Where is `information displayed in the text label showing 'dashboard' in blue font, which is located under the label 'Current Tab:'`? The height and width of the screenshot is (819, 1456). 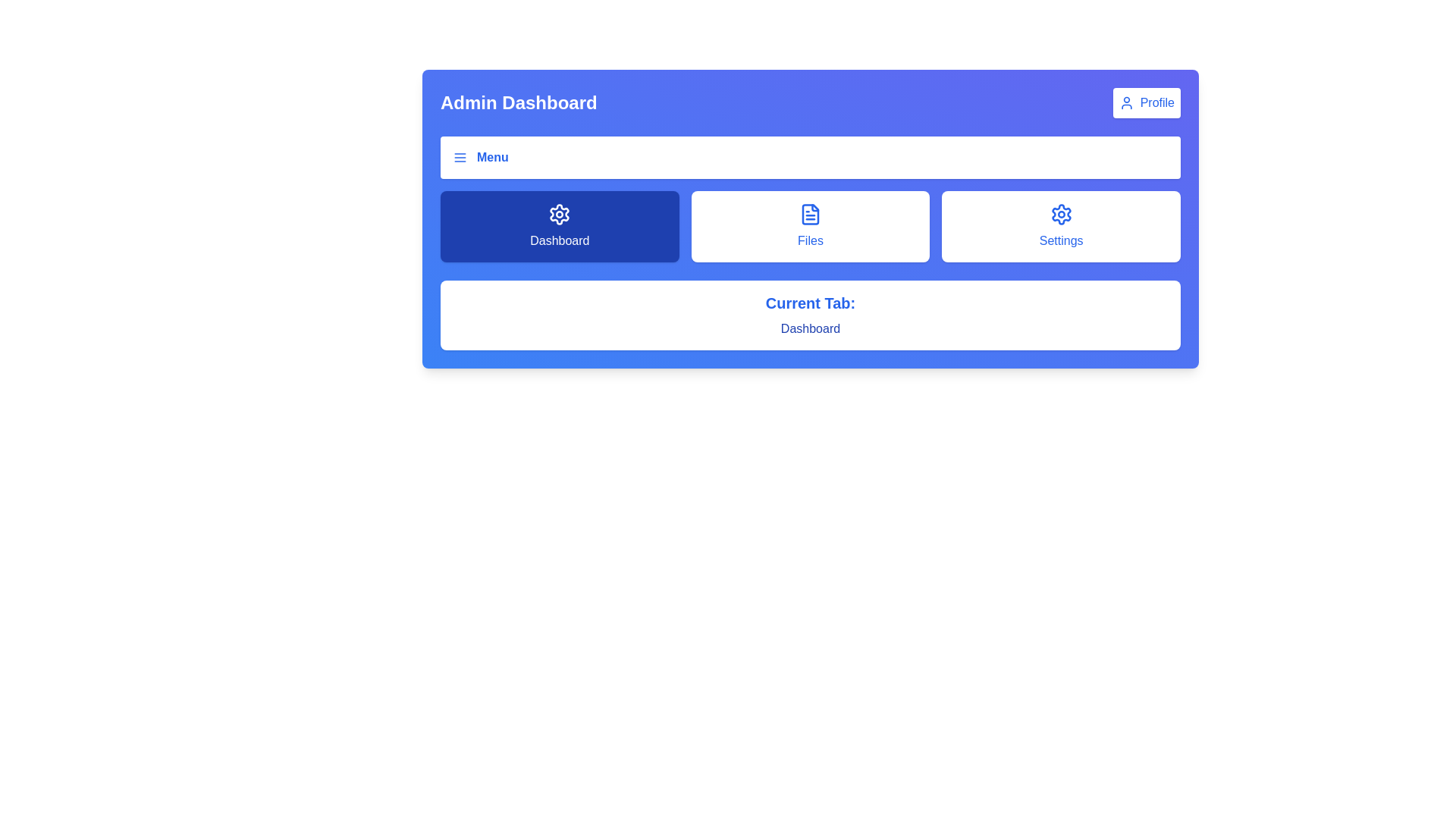
information displayed in the text label showing 'dashboard' in blue font, which is located under the label 'Current Tab:' is located at coordinates (810, 328).